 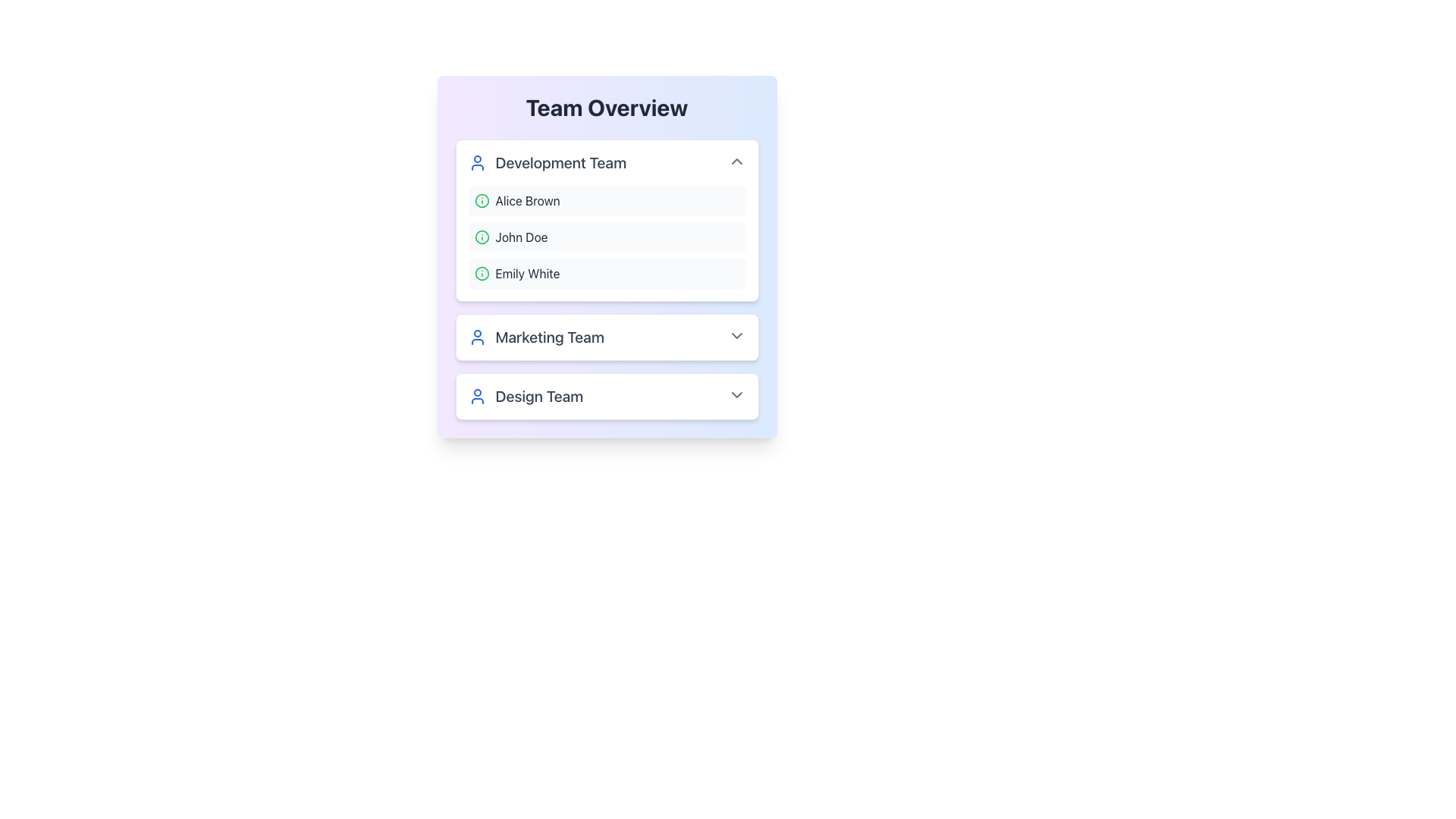 I want to click on the dropdown toggle icon for the 'Marketing Team' section, so click(x=736, y=335).